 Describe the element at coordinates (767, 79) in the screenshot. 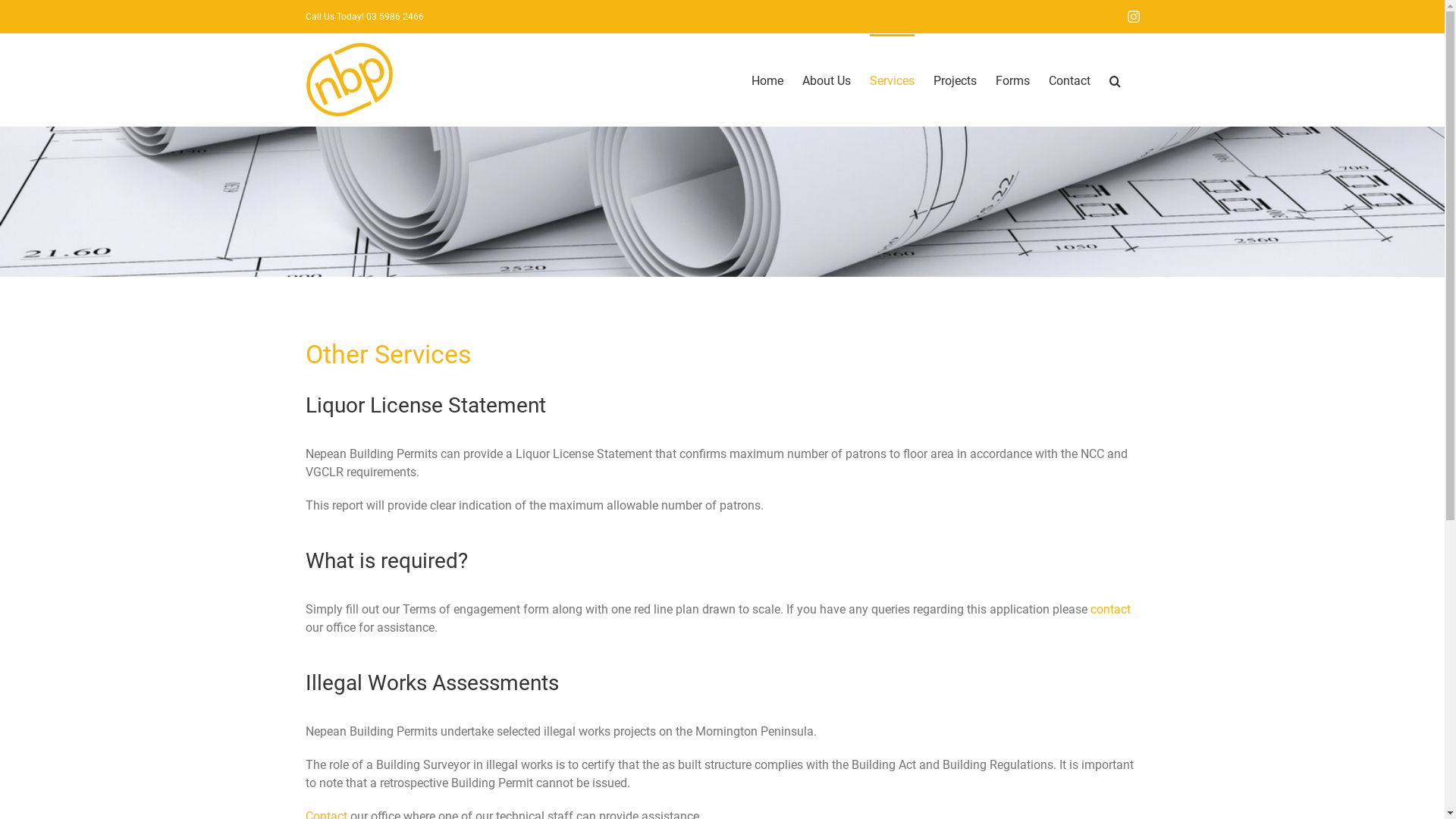

I see `'Home'` at that location.